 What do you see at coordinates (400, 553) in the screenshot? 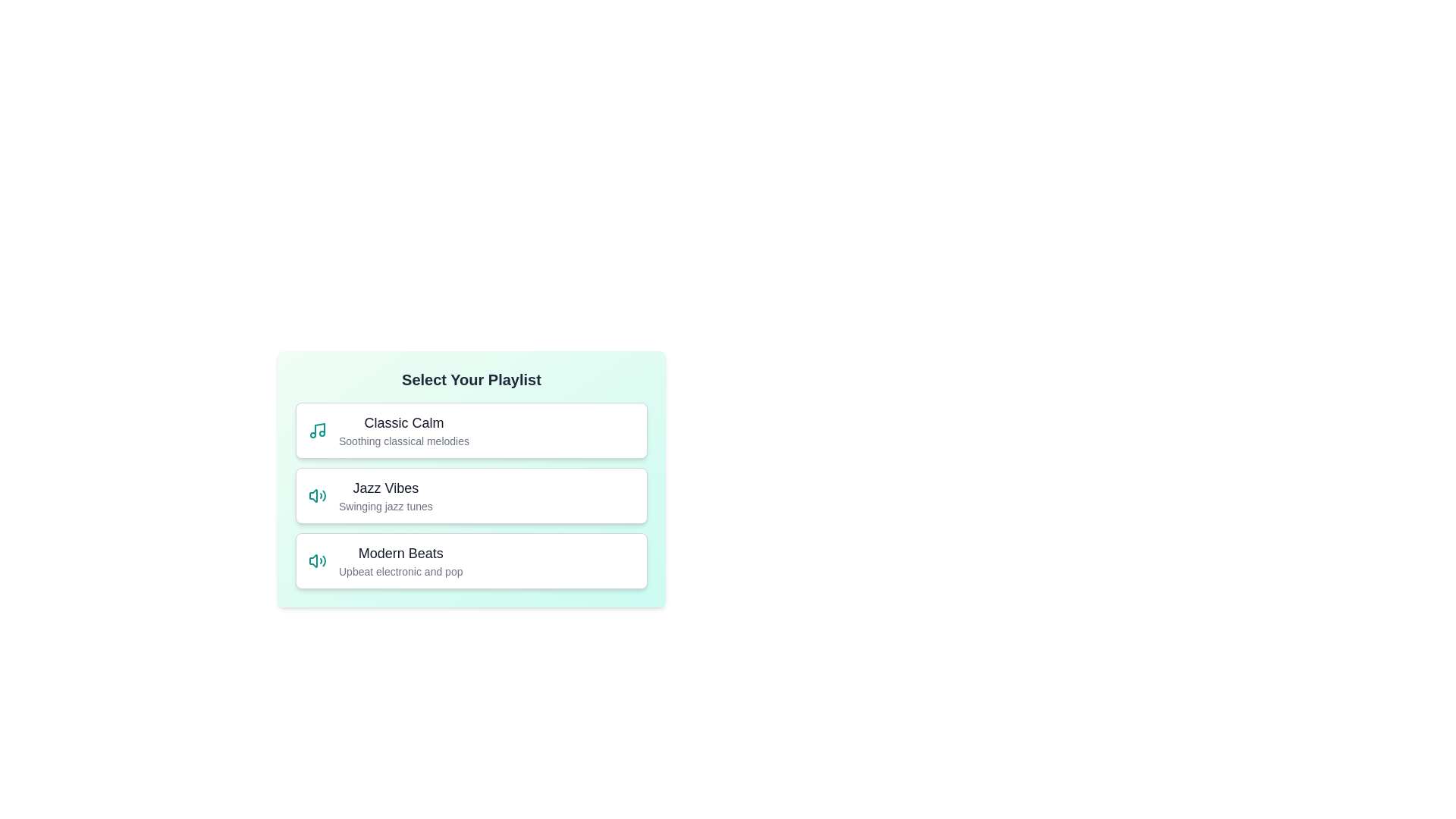
I see `displayed text of the 'Modern Beats' label, which is bold and dark gray, located under the 'Select Your Playlist' heading` at bounding box center [400, 553].